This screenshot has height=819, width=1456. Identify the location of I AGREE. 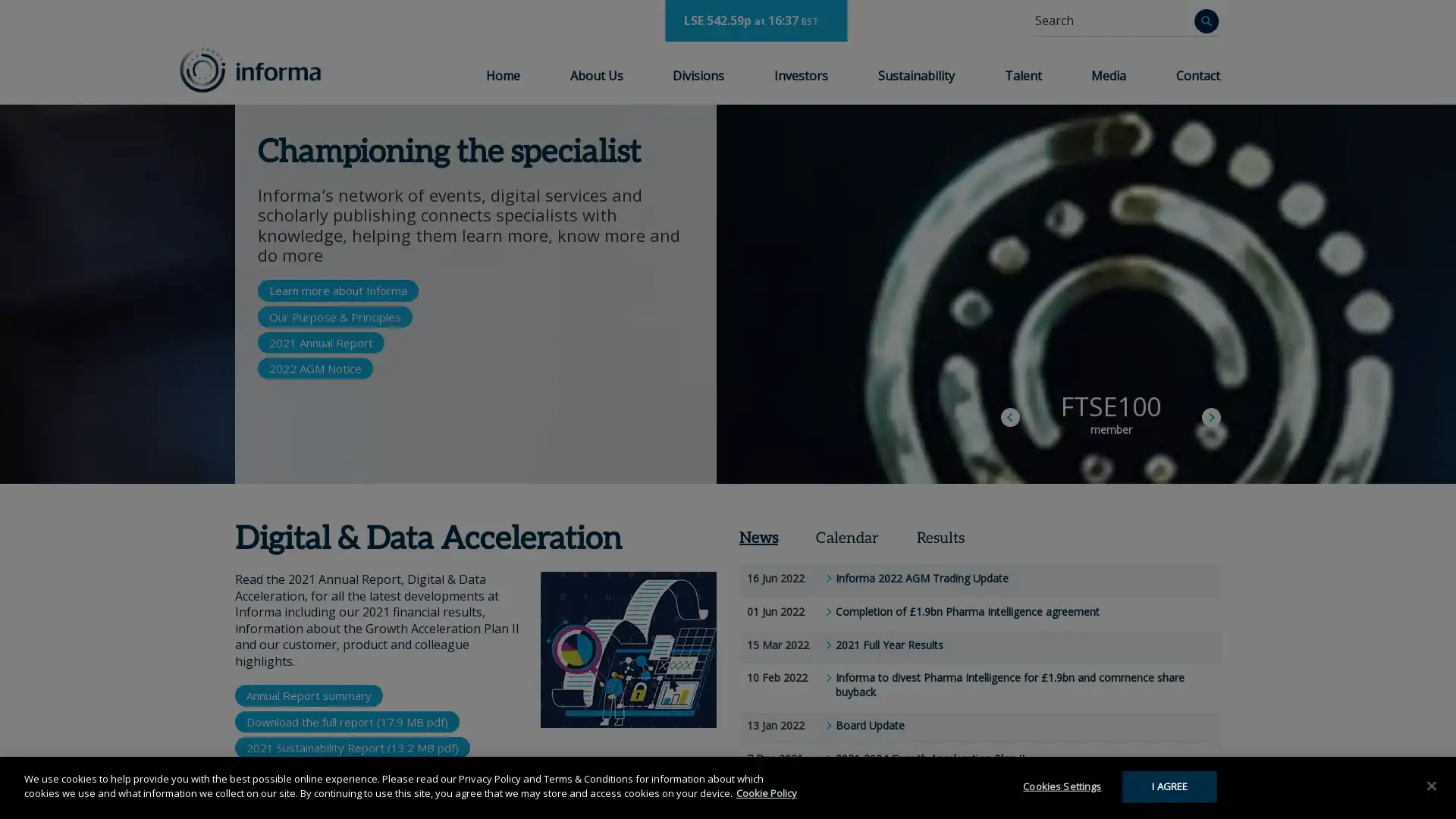
(1169, 786).